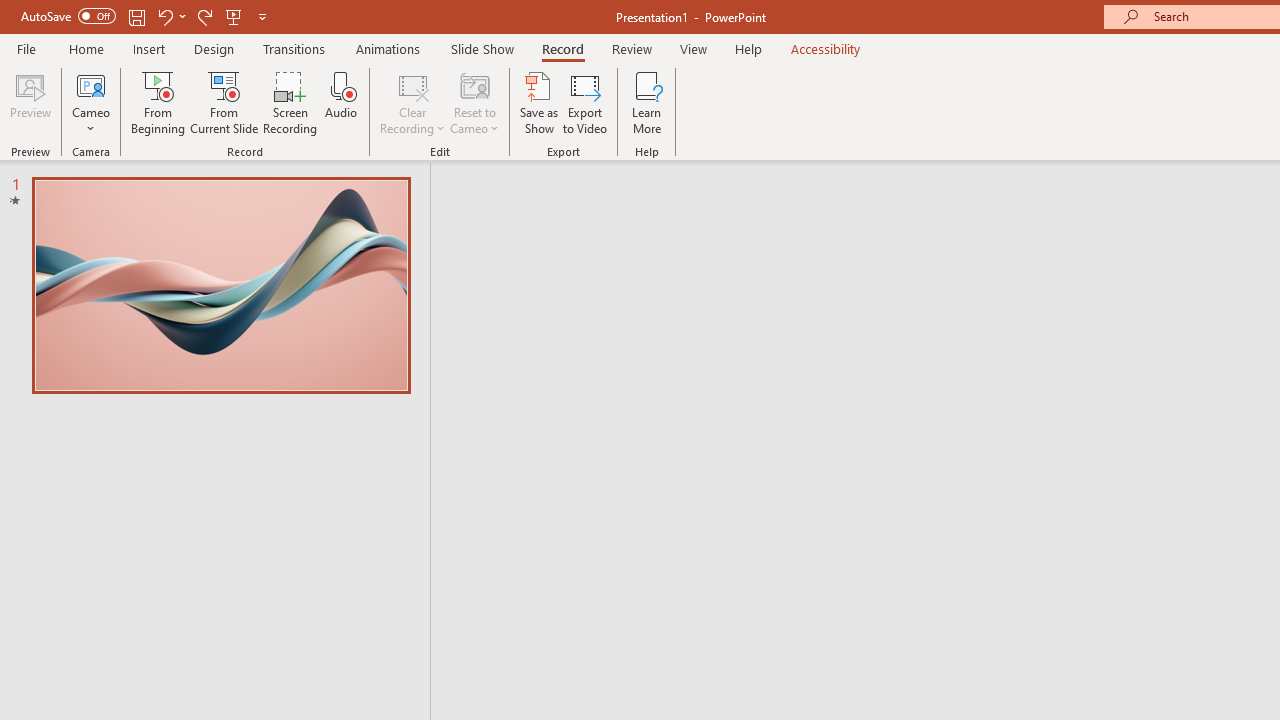 This screenshot has height=720, width=1280. What do you see at coordinates (30, 103) in the screenshot?
I see `'Preview'` at bounding box center [30, 103].